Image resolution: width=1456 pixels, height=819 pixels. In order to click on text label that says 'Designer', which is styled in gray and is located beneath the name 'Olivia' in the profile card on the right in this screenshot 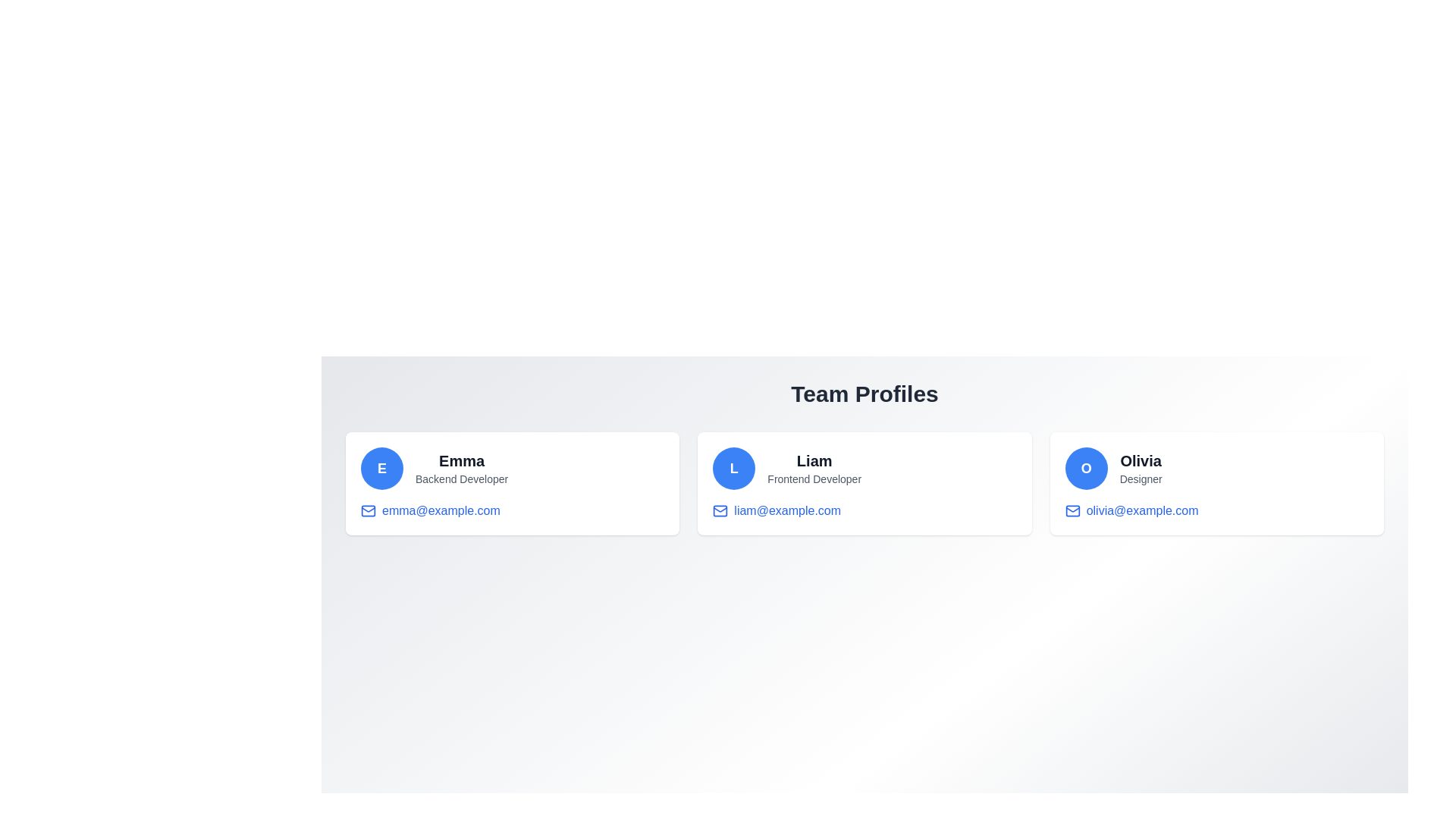, I will do `click(1141, 479)`.